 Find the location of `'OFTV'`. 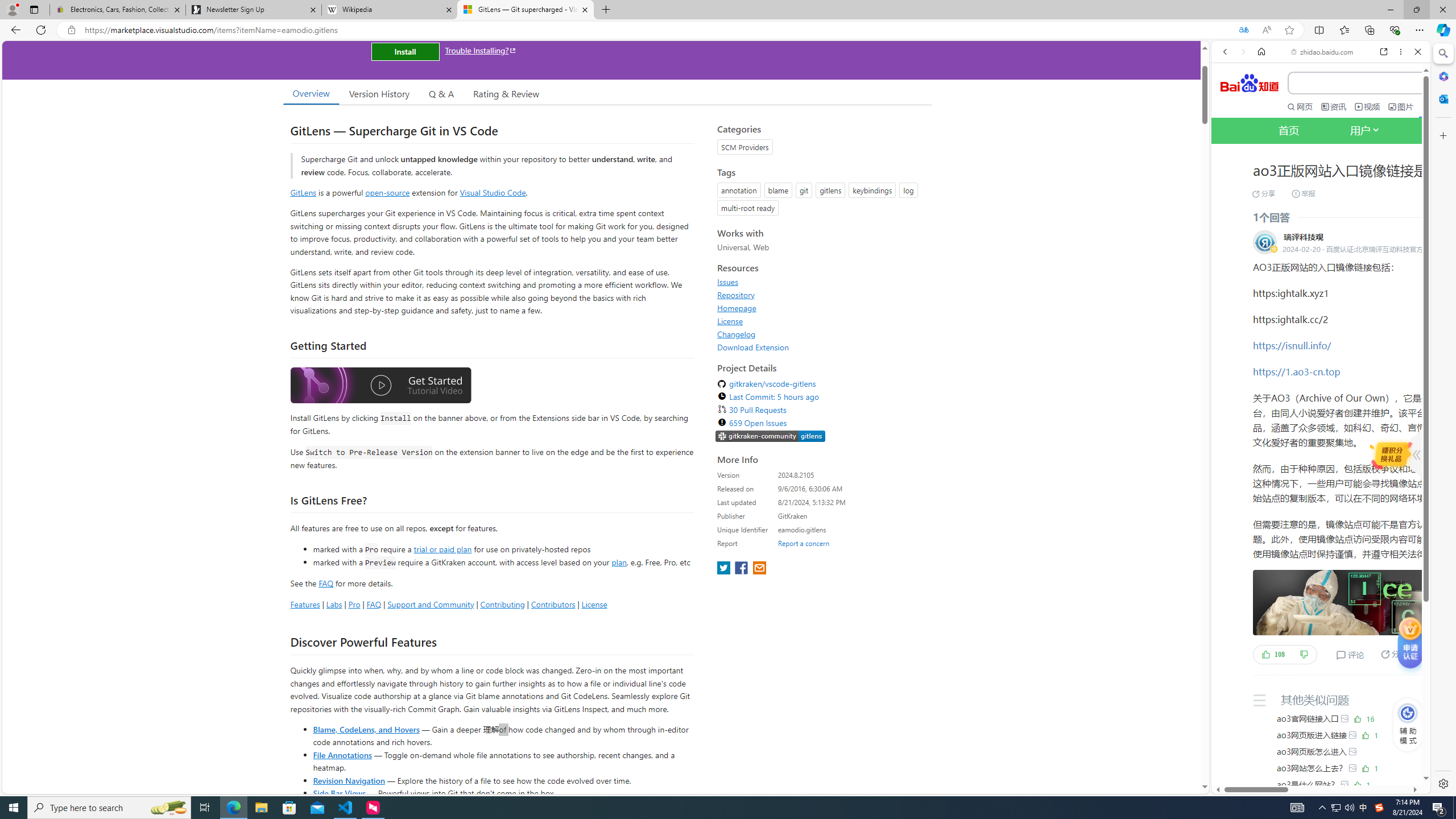

'OFTV' is located at coordinates (1316, 743).